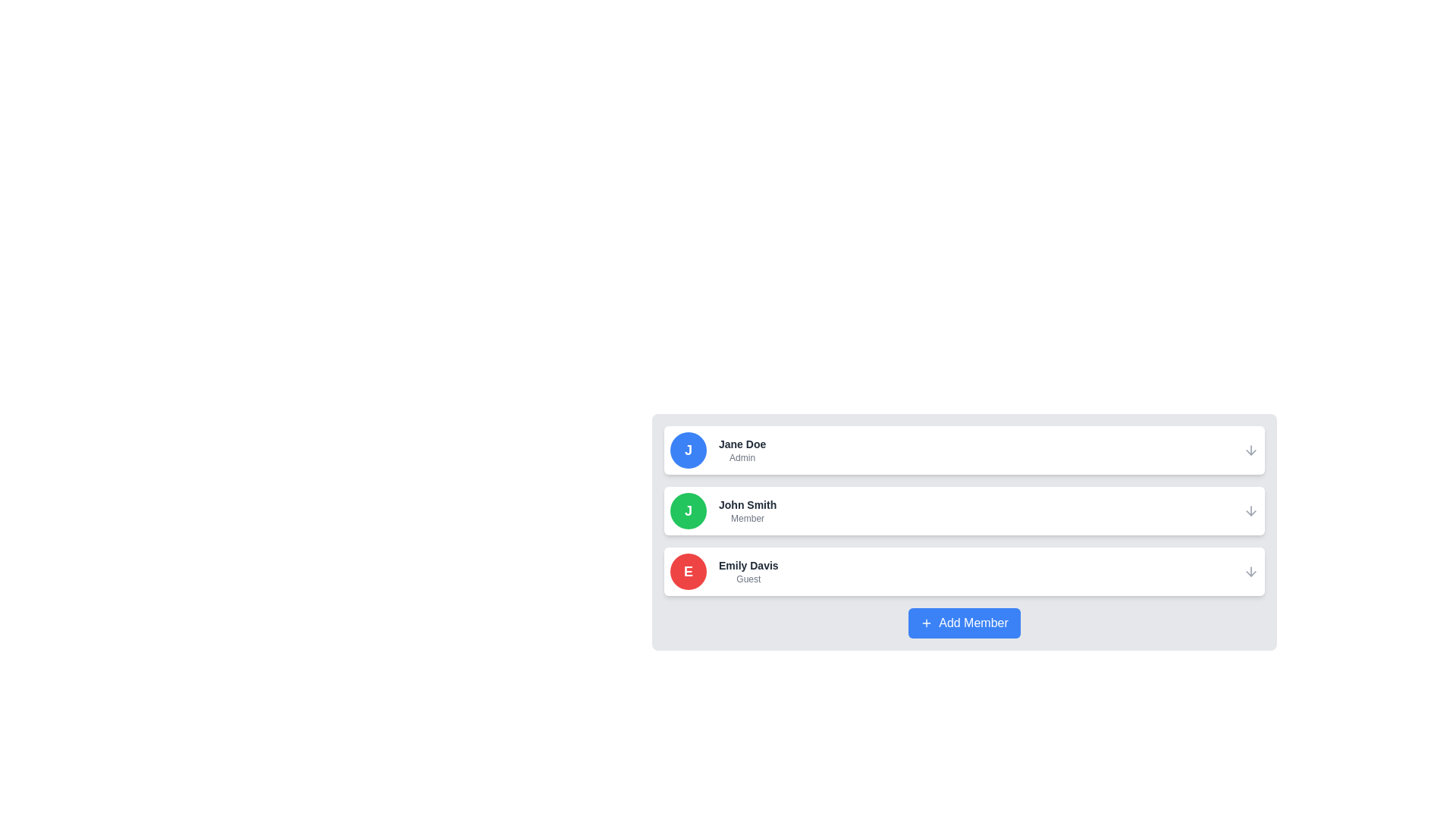  Describe the element at coordinates (748, 517) in the screenshot. I see `the text label displaying 'Member' located beneath 'John Smith' in the member list` at that location.